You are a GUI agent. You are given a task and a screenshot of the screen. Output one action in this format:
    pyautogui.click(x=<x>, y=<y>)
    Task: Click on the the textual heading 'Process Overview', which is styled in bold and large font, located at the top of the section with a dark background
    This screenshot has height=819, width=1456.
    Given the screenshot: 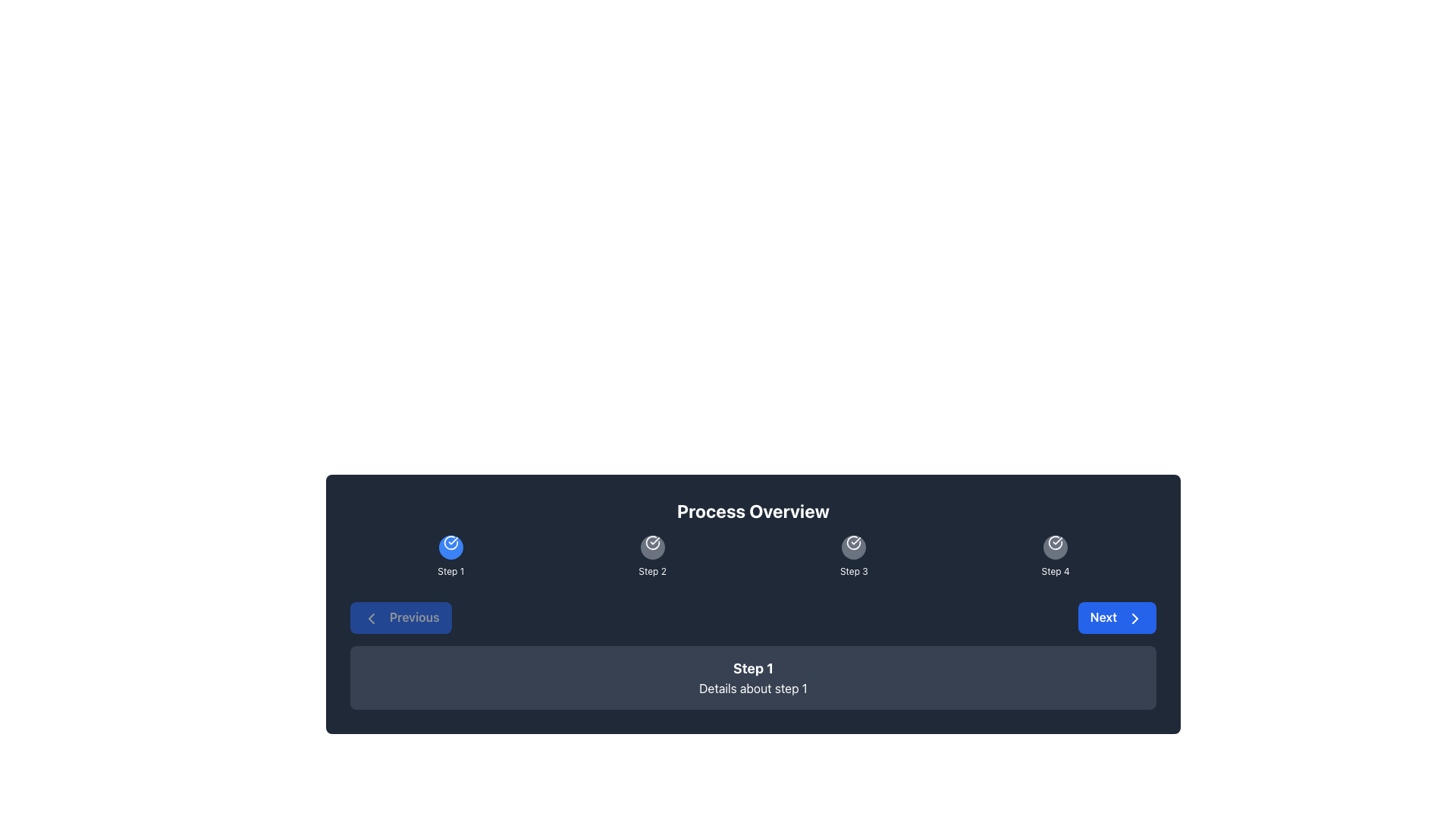 What is the action you would take?
    pyautogui.click(x=753, y=511)
    